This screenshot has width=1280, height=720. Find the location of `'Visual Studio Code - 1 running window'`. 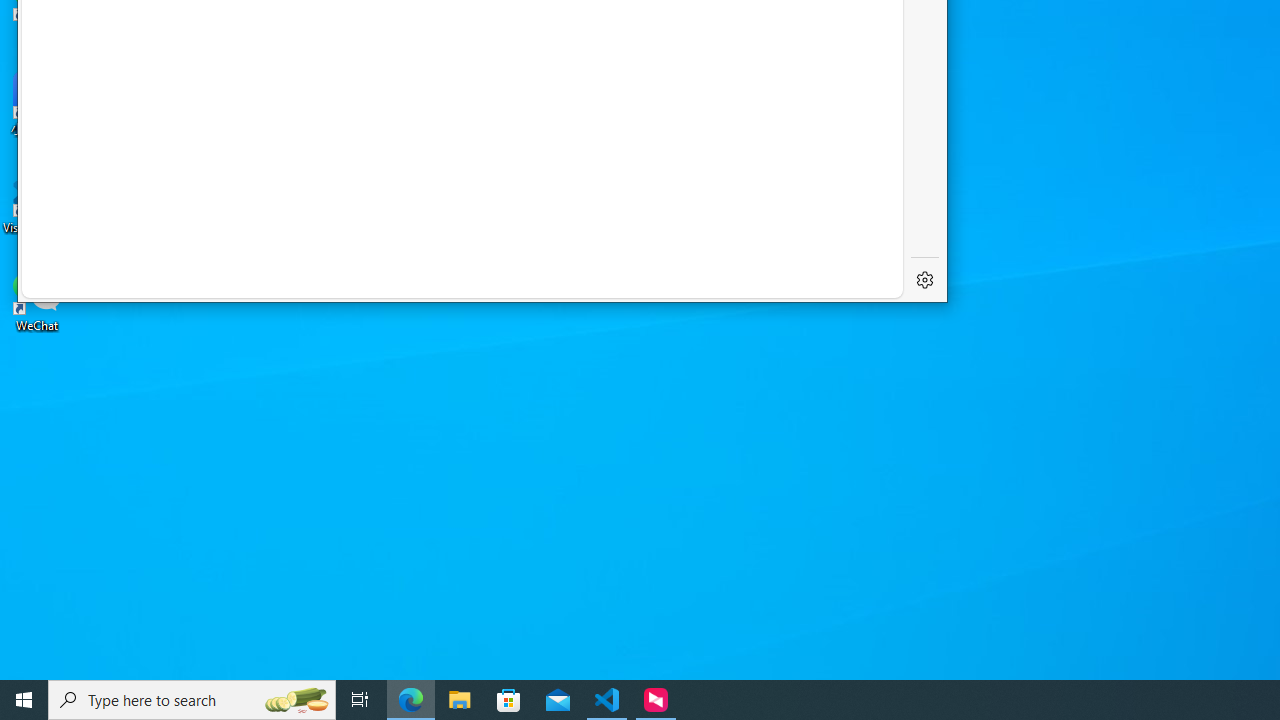

'Visual Studio Code - 1 running window' is located at coordinates (606, 698).